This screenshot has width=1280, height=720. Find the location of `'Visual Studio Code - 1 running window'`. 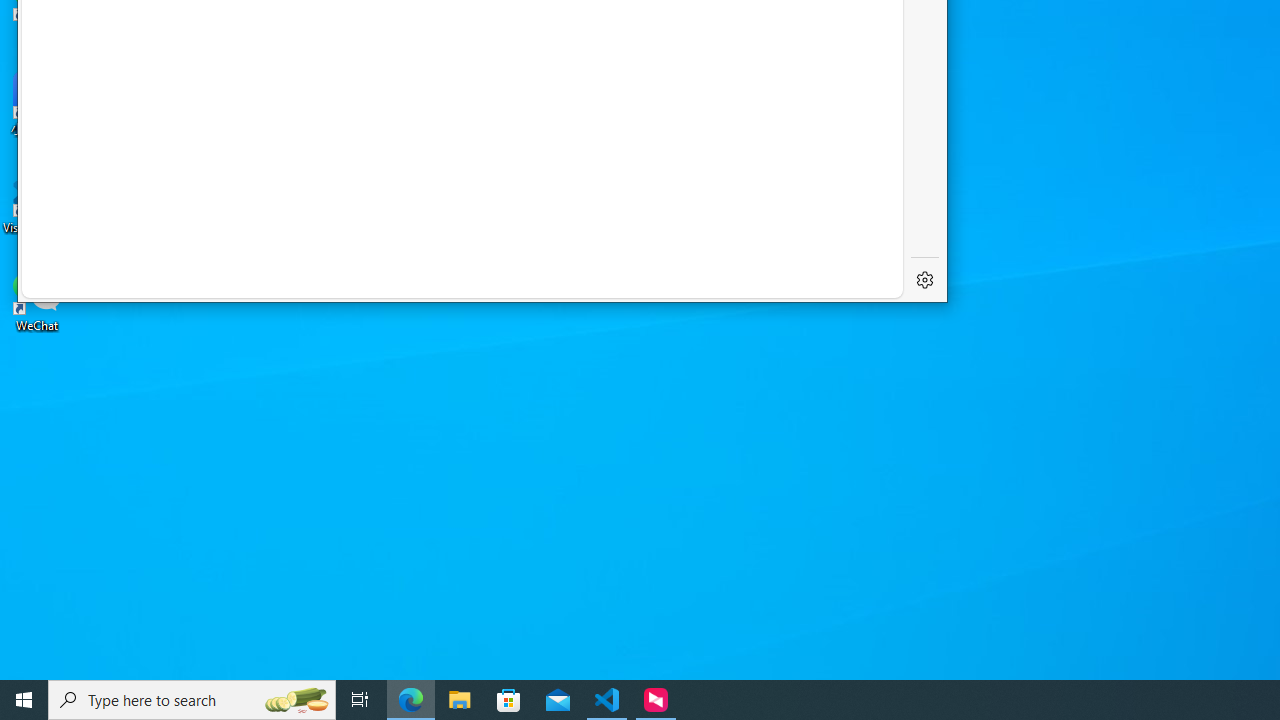

'Visual Studio Code - 1 running window' is located at coordinates (606, 698).